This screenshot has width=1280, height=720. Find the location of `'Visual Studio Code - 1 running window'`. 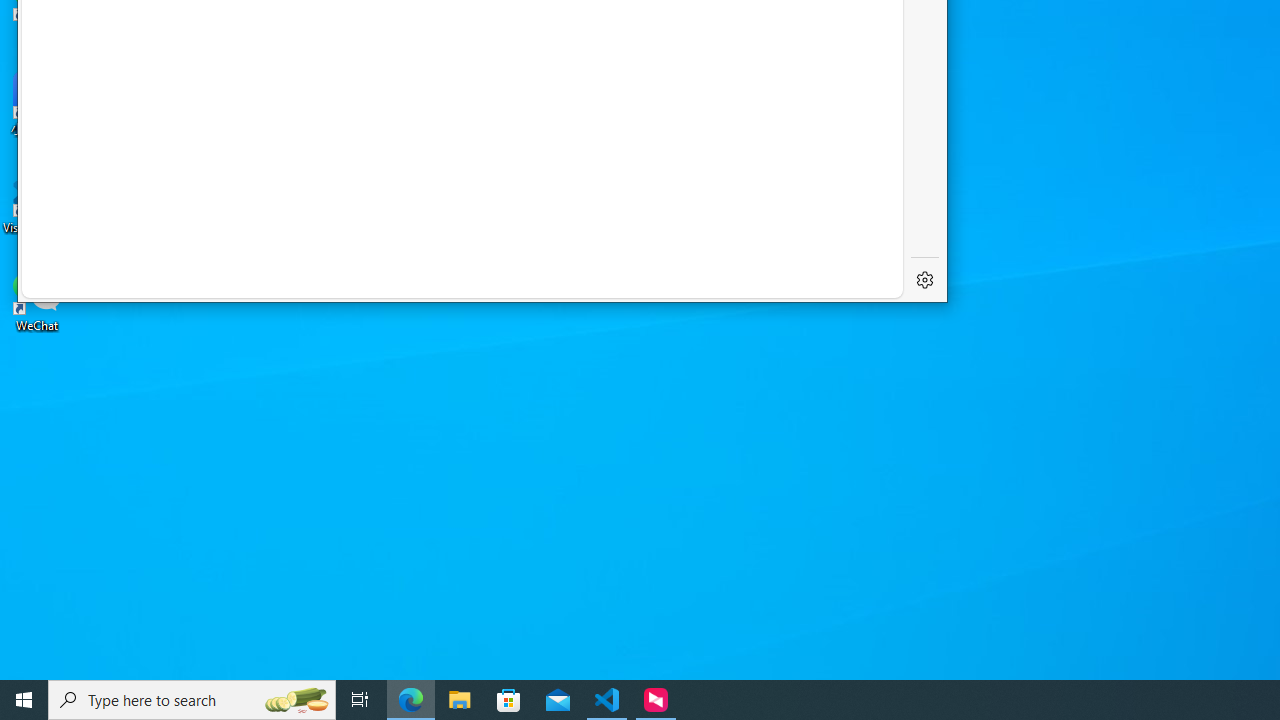

'Visual Studio Code - 1 running window' is located at coordinates (606, 698).